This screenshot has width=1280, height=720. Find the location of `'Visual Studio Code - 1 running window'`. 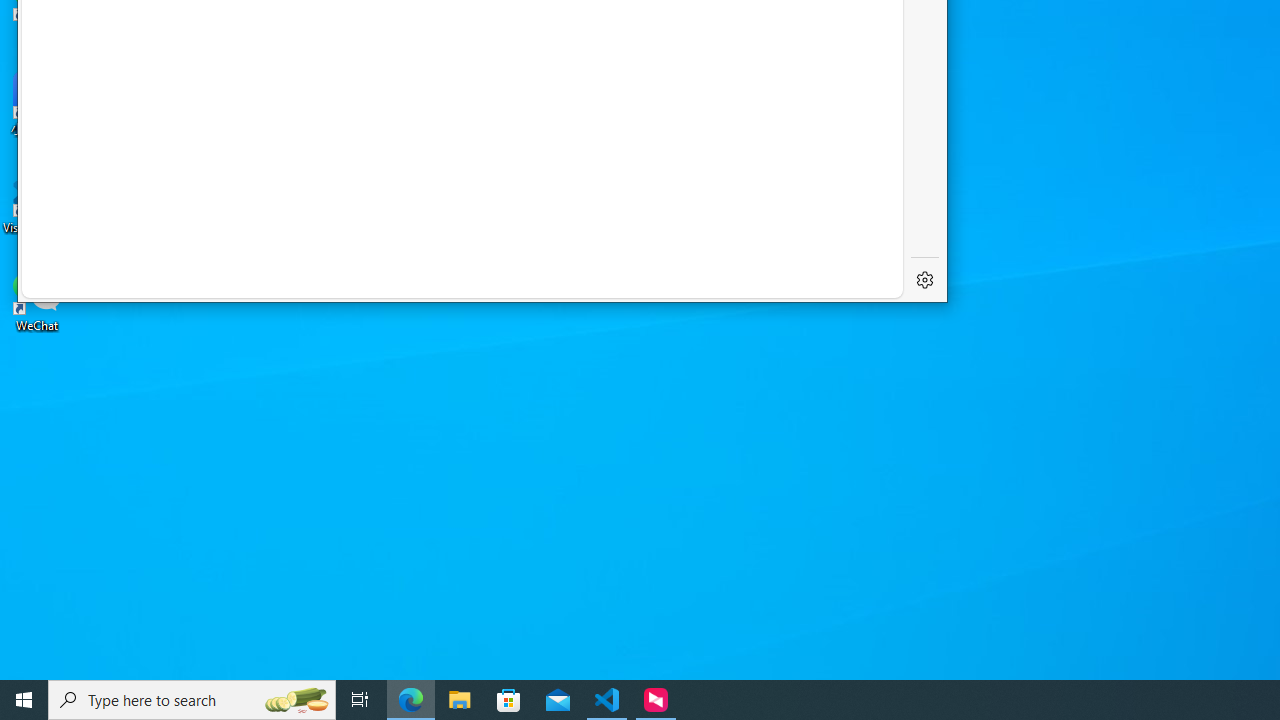

'Visual Studio Code - 1 running window' is located at coordinates (606, 698).